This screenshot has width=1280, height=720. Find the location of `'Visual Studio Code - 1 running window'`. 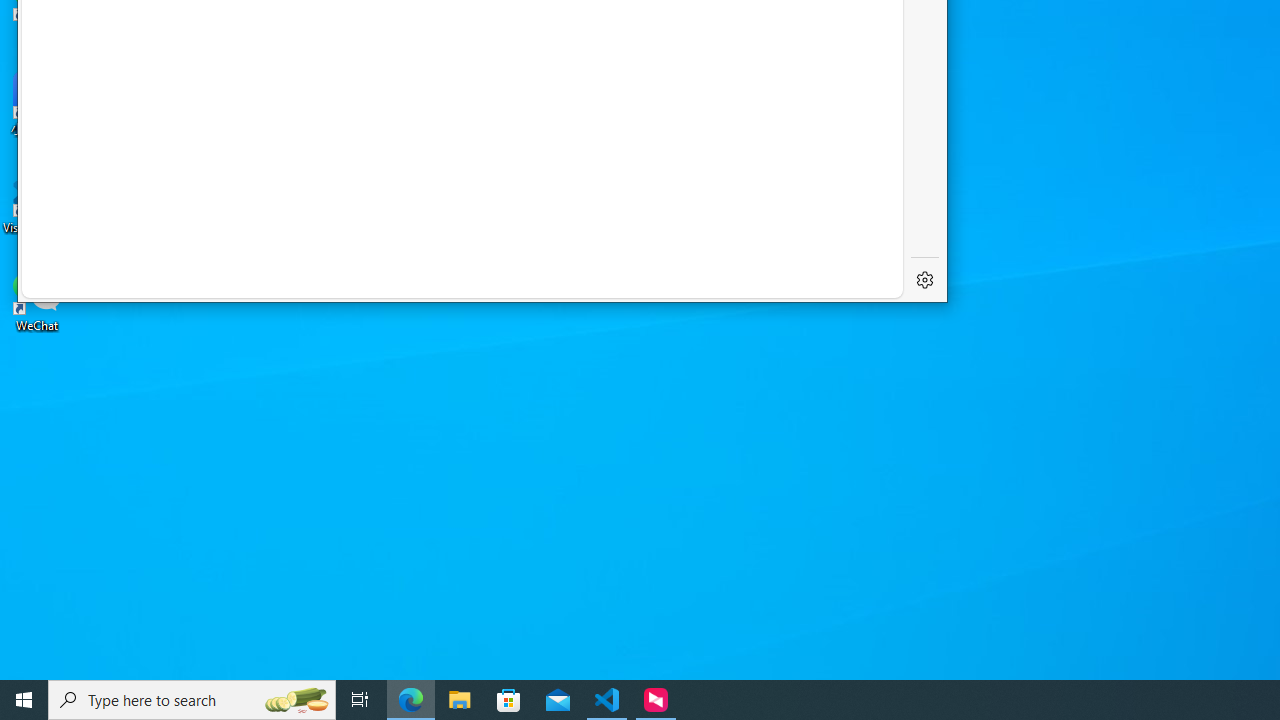

'Visual Studio Code - 1 running window' is located at coordinates (606, 698).